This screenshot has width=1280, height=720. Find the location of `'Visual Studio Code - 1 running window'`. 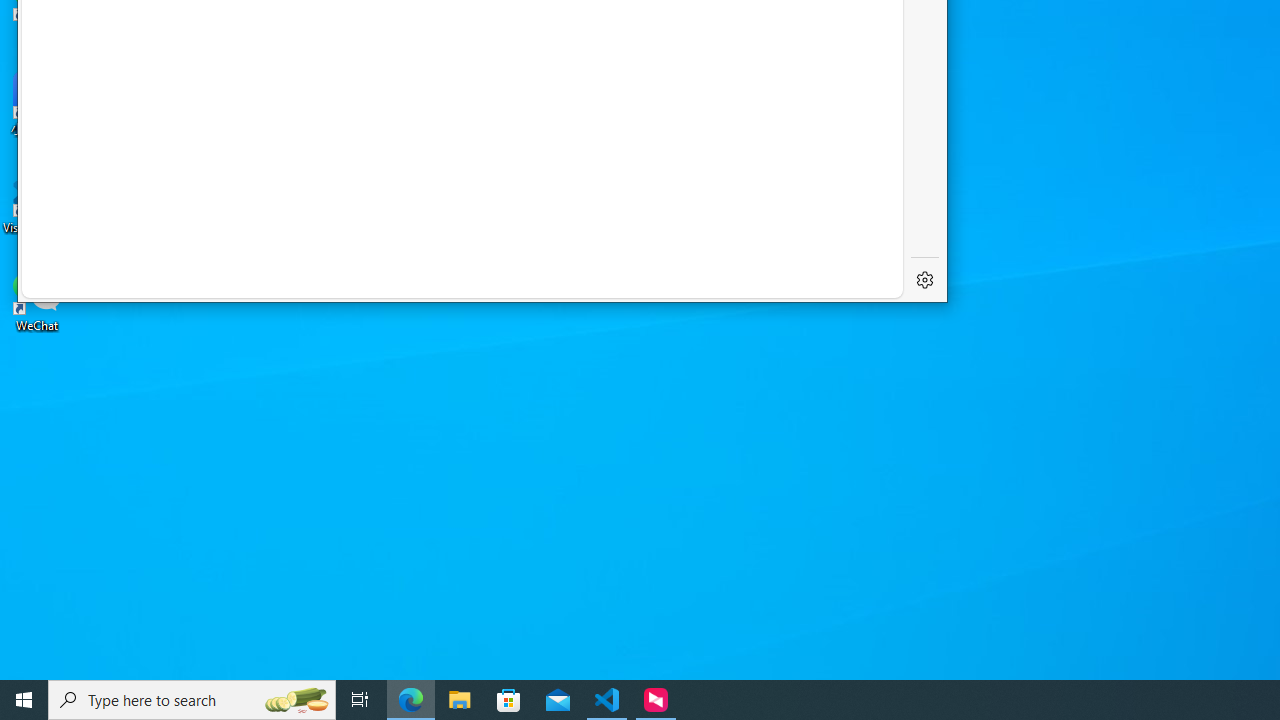

'Visual Studio Code - 1 running window' is located at coordinates (606, 698).